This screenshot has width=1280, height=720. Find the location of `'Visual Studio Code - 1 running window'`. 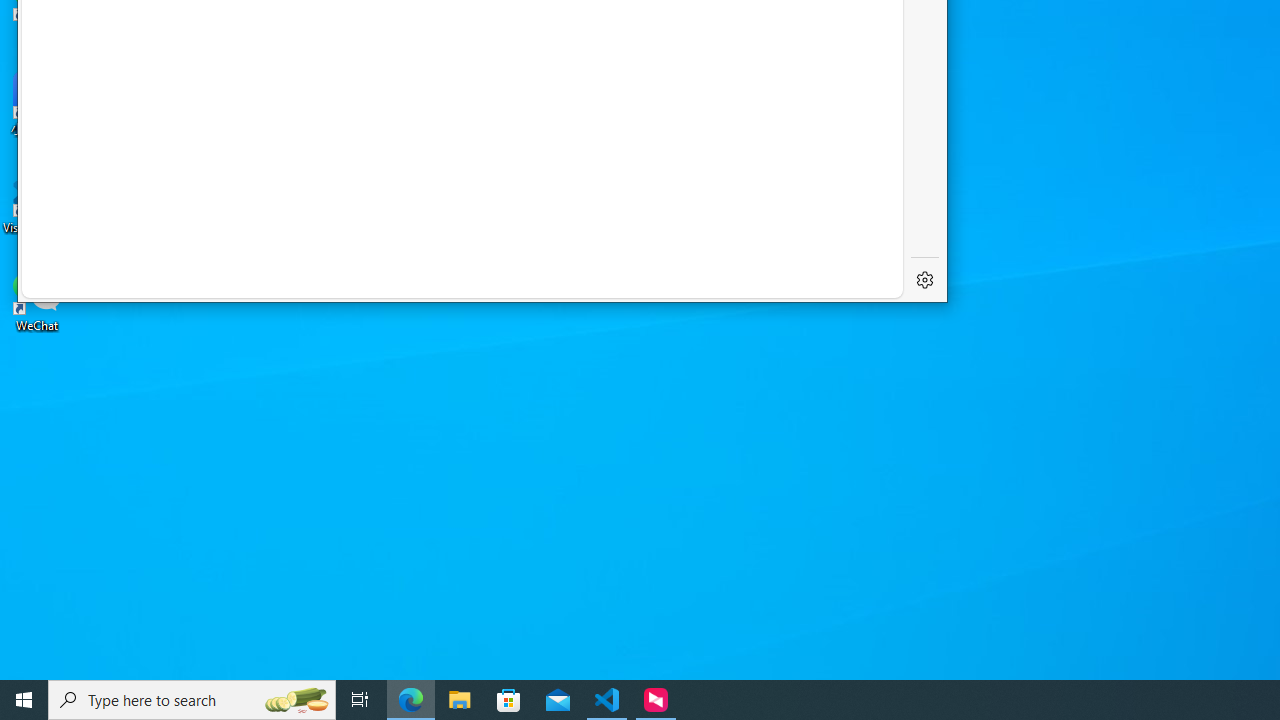

'Visual Studio Code - 1 running window' is located at coordinates (606, 698).